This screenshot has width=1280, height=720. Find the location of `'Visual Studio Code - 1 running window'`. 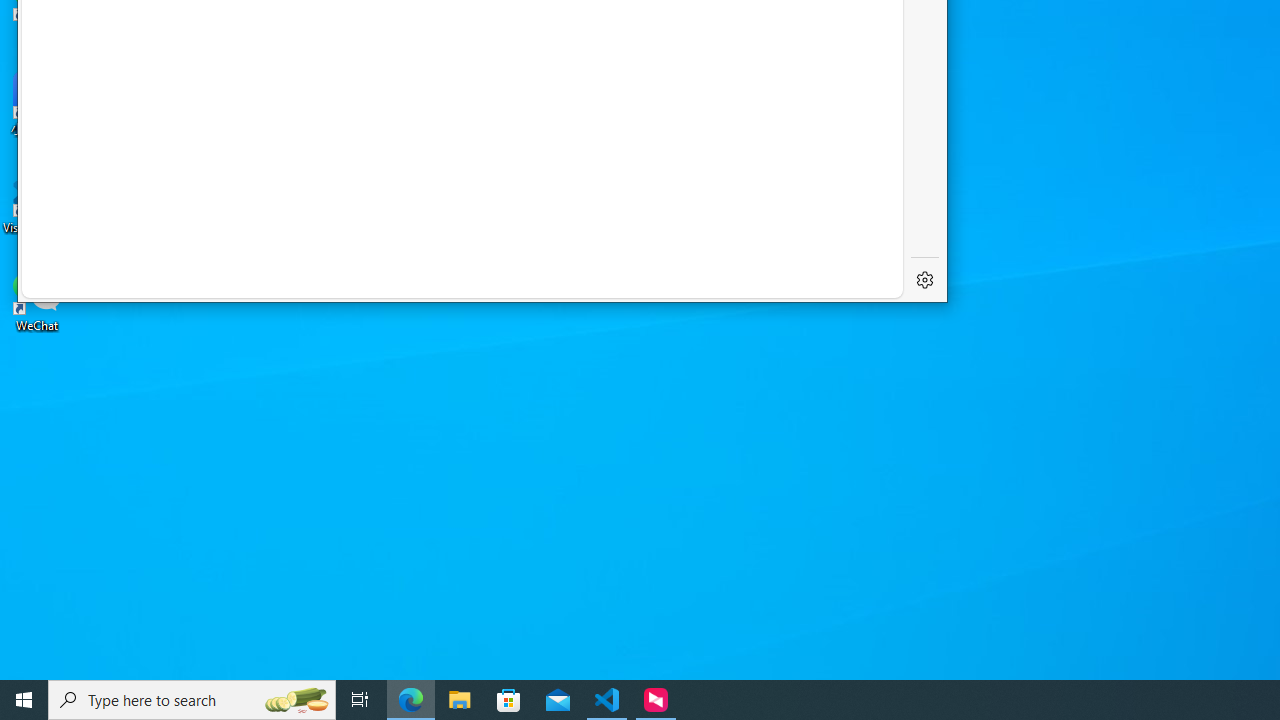

'Visual Studio Code - 1 running window' is located at coordinates (606, 698).